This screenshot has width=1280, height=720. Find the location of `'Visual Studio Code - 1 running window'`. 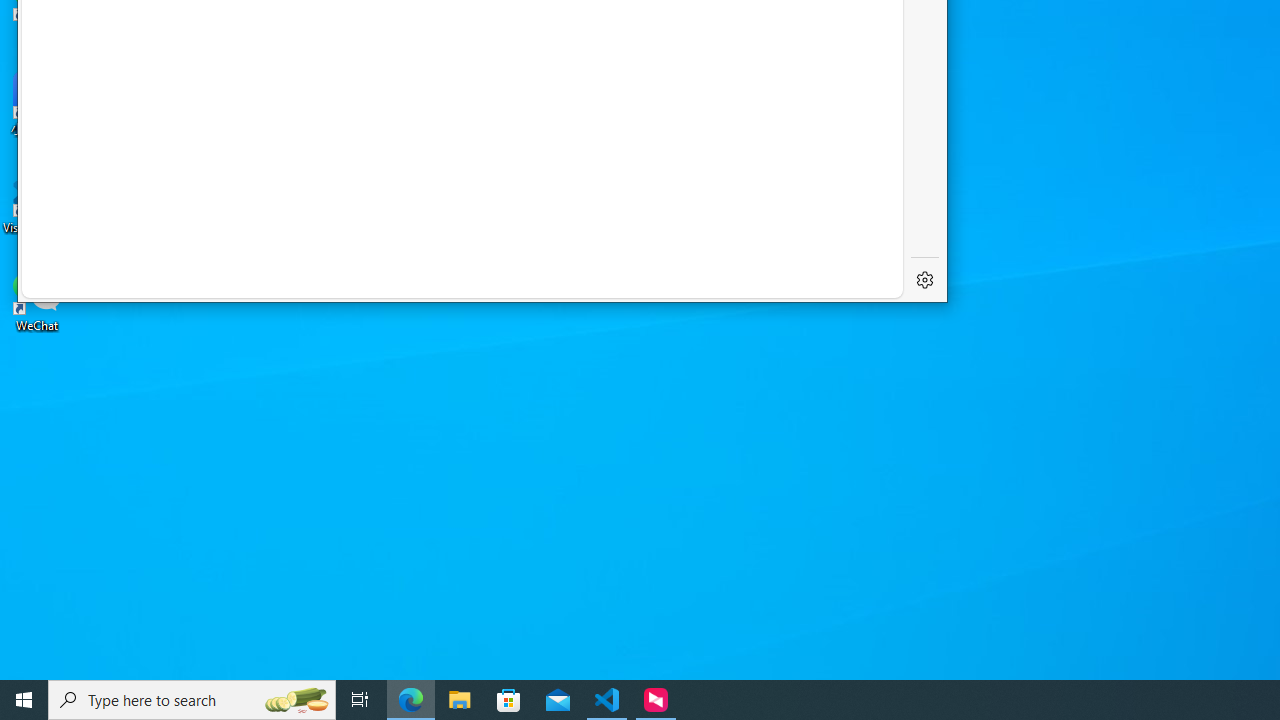

'Visual Studio Code - 1 running window' is located at coordinates (606, 698).